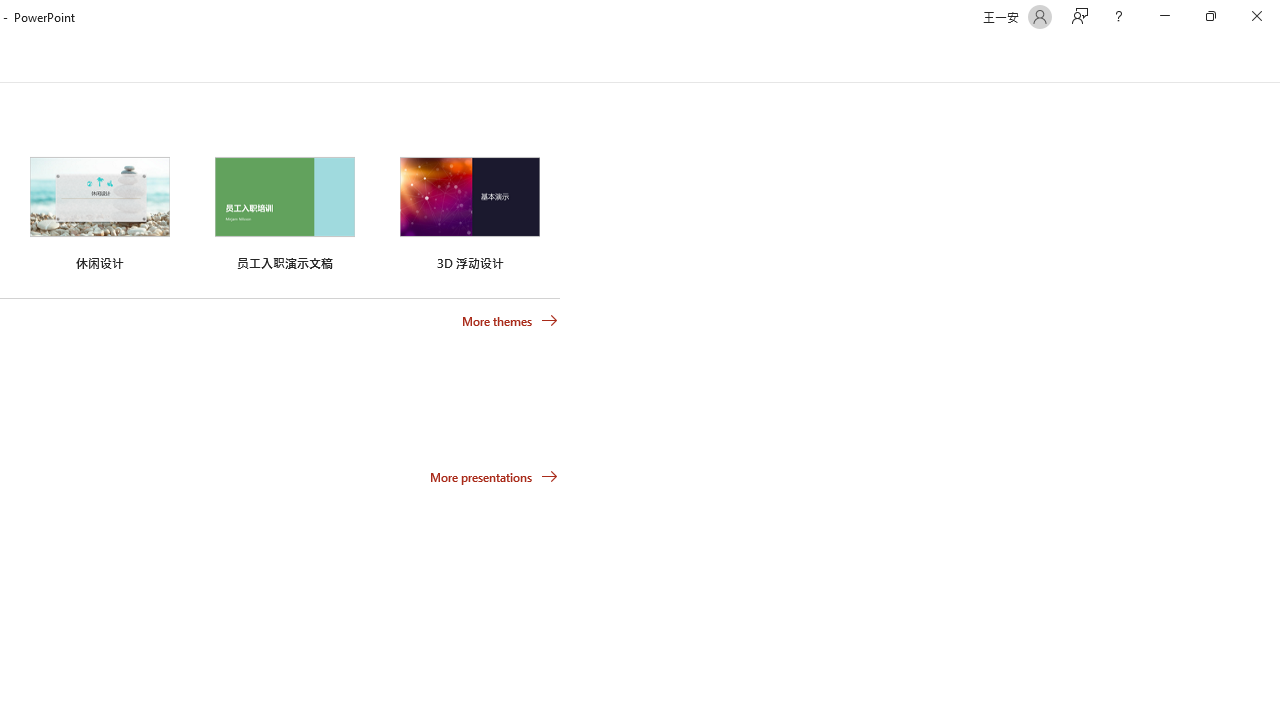 Image resolution: width=1280 pixels, height=720 pixels. I want to click on 'More themes', so click(510, 320).